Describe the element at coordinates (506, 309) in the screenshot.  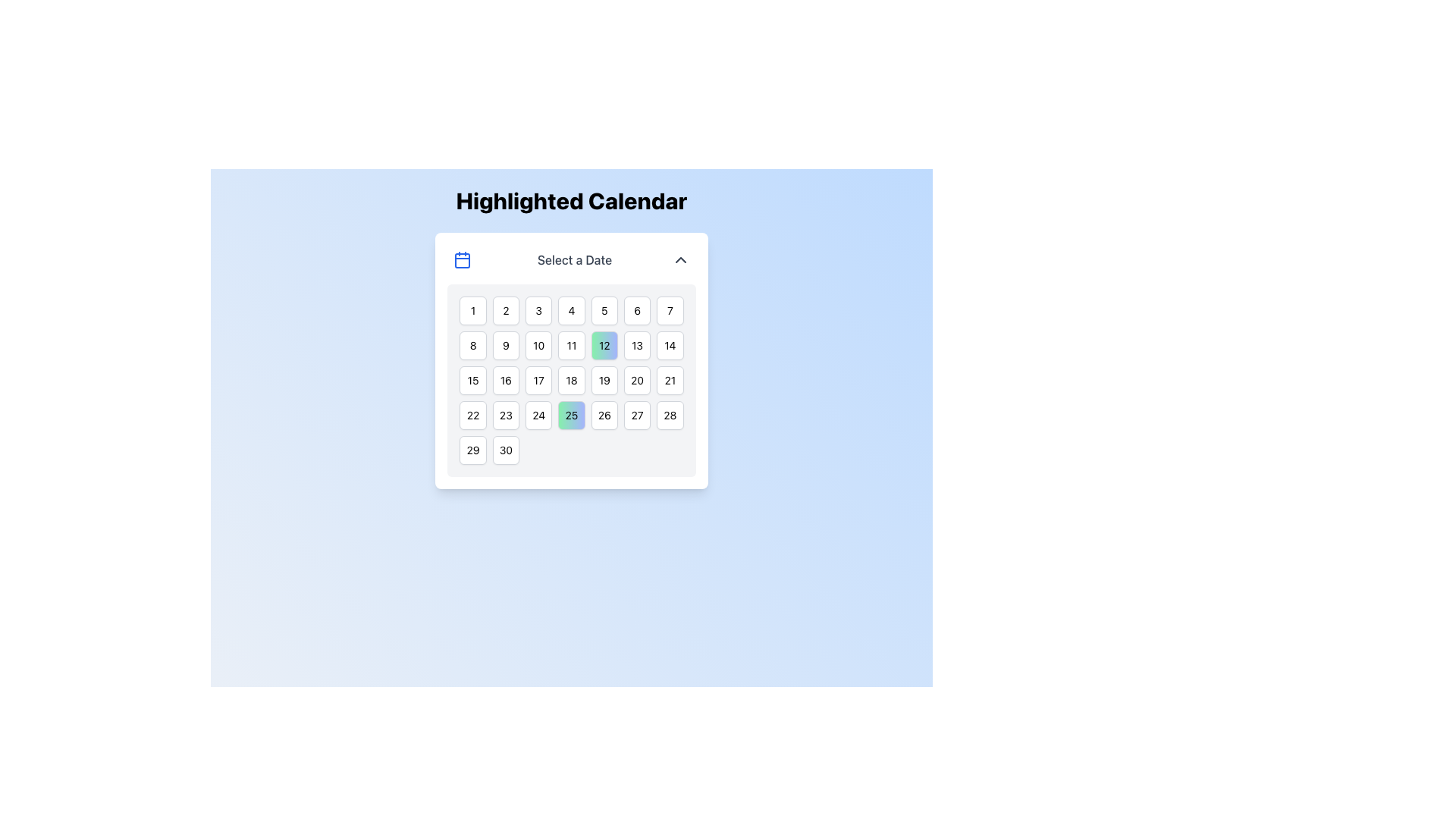
I see `the button labeled '2'` at that location.